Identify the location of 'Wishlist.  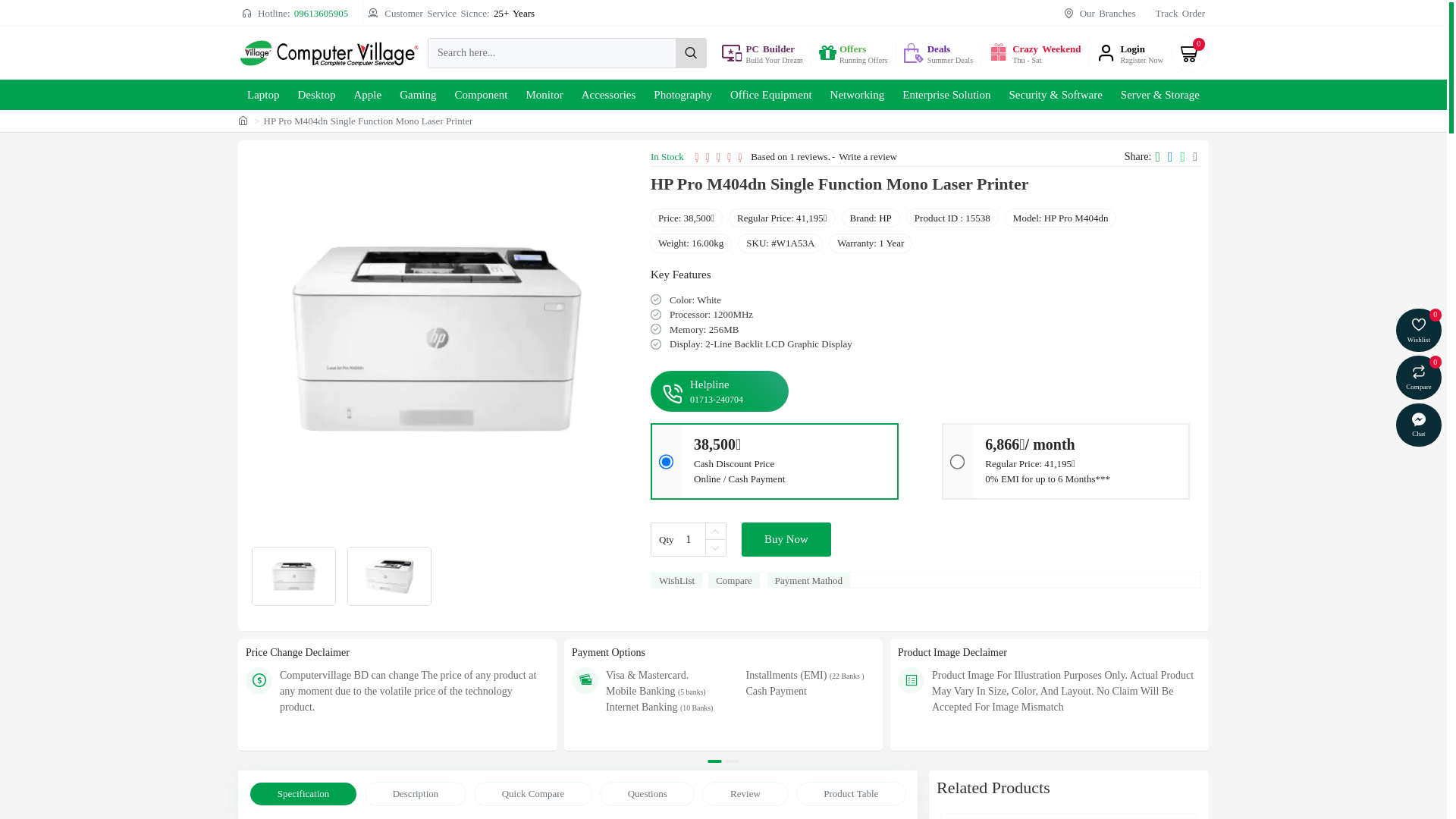
(1418, 329).